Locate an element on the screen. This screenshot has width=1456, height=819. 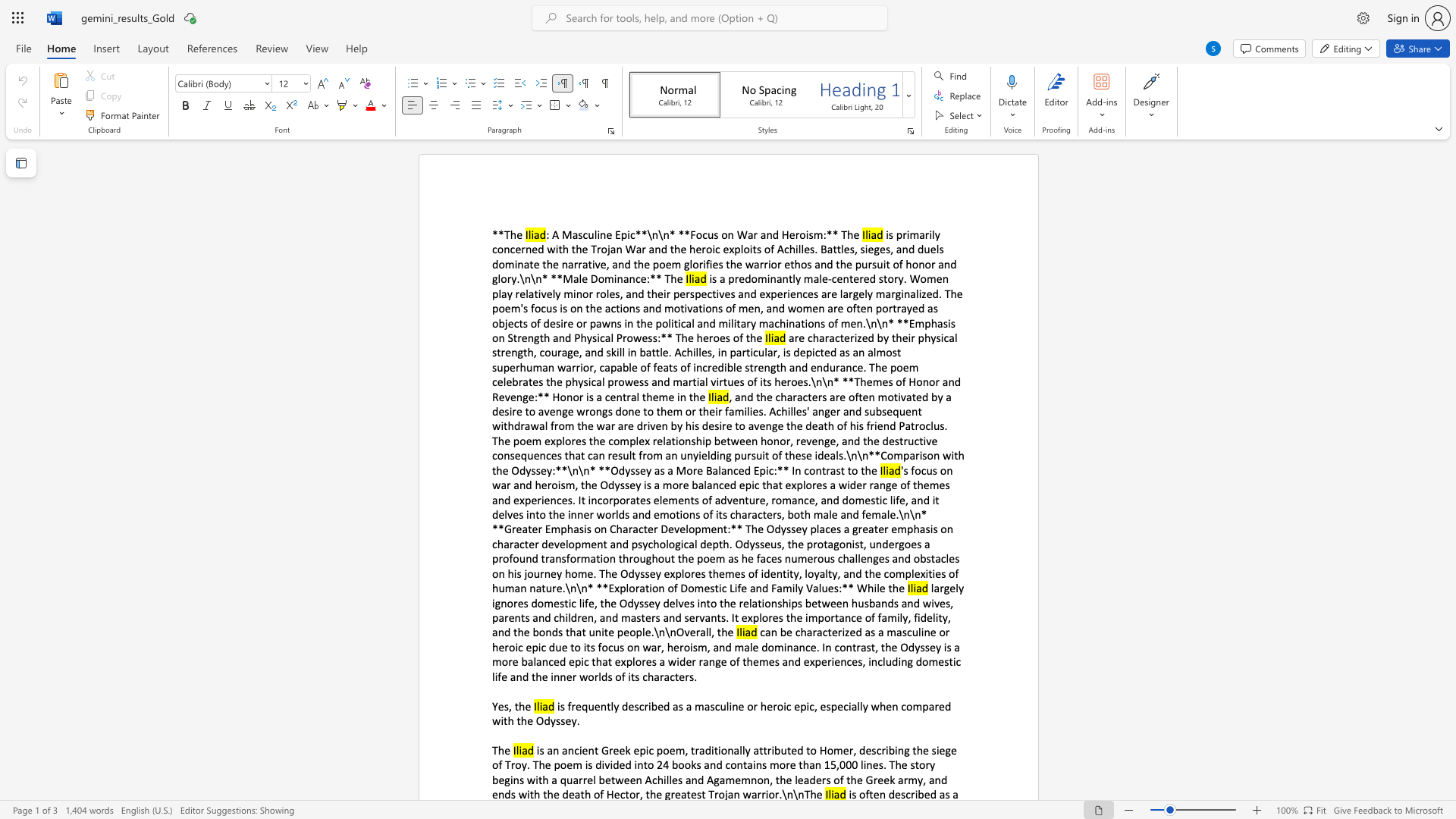
the subset text "The her" within the text "is a predominantly male-centered story. Women play relatively minor roles, and their perspectives and experiences are largely marginalized. The poem" is located at coordinates (674, 337).